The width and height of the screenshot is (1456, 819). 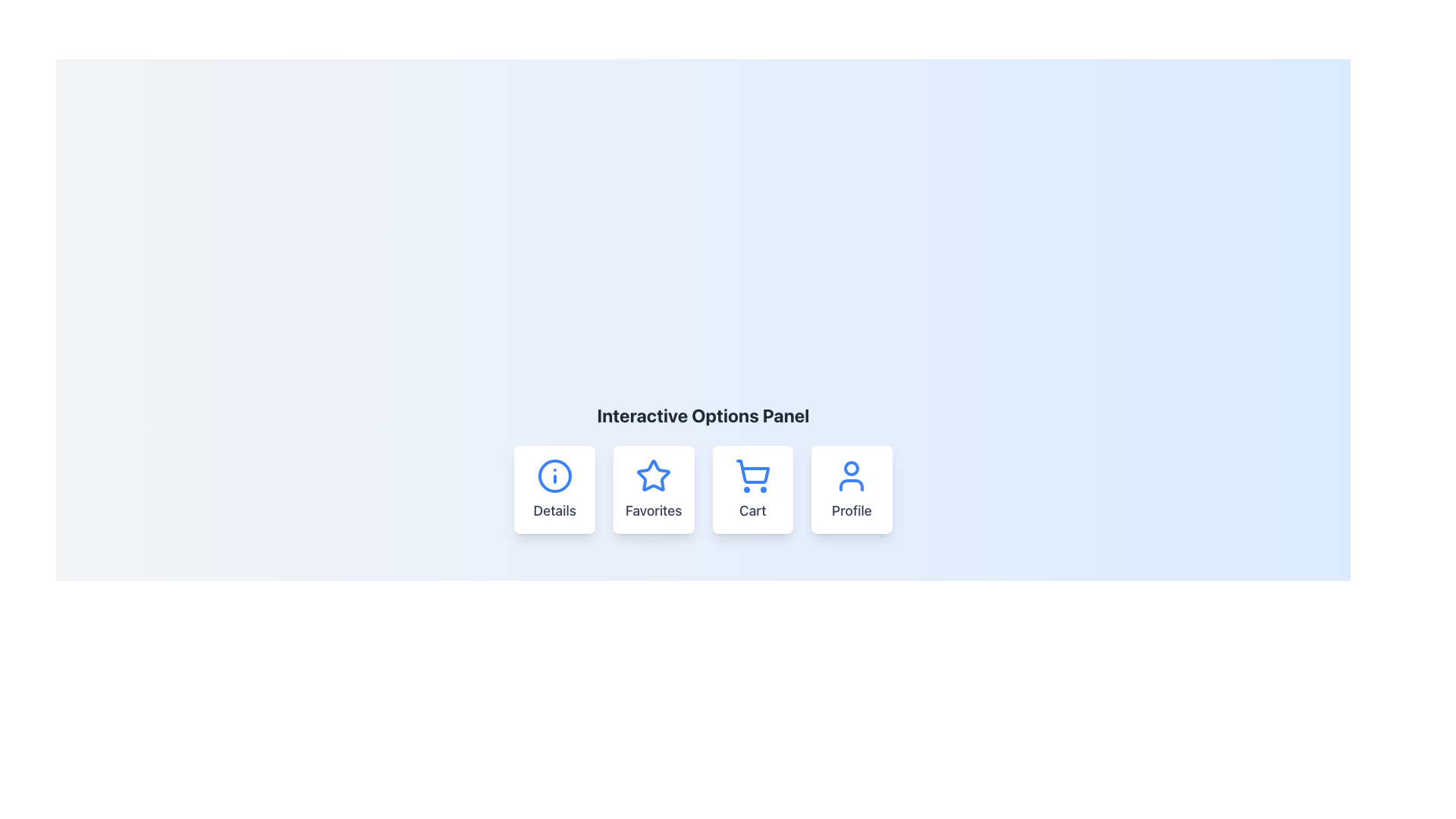 I want to click on the SVG circle element that represents the head component of the profile icon, which is the fourth option from the left in the row of icons at the bottom center of the interface, so click(x=852, y=467).